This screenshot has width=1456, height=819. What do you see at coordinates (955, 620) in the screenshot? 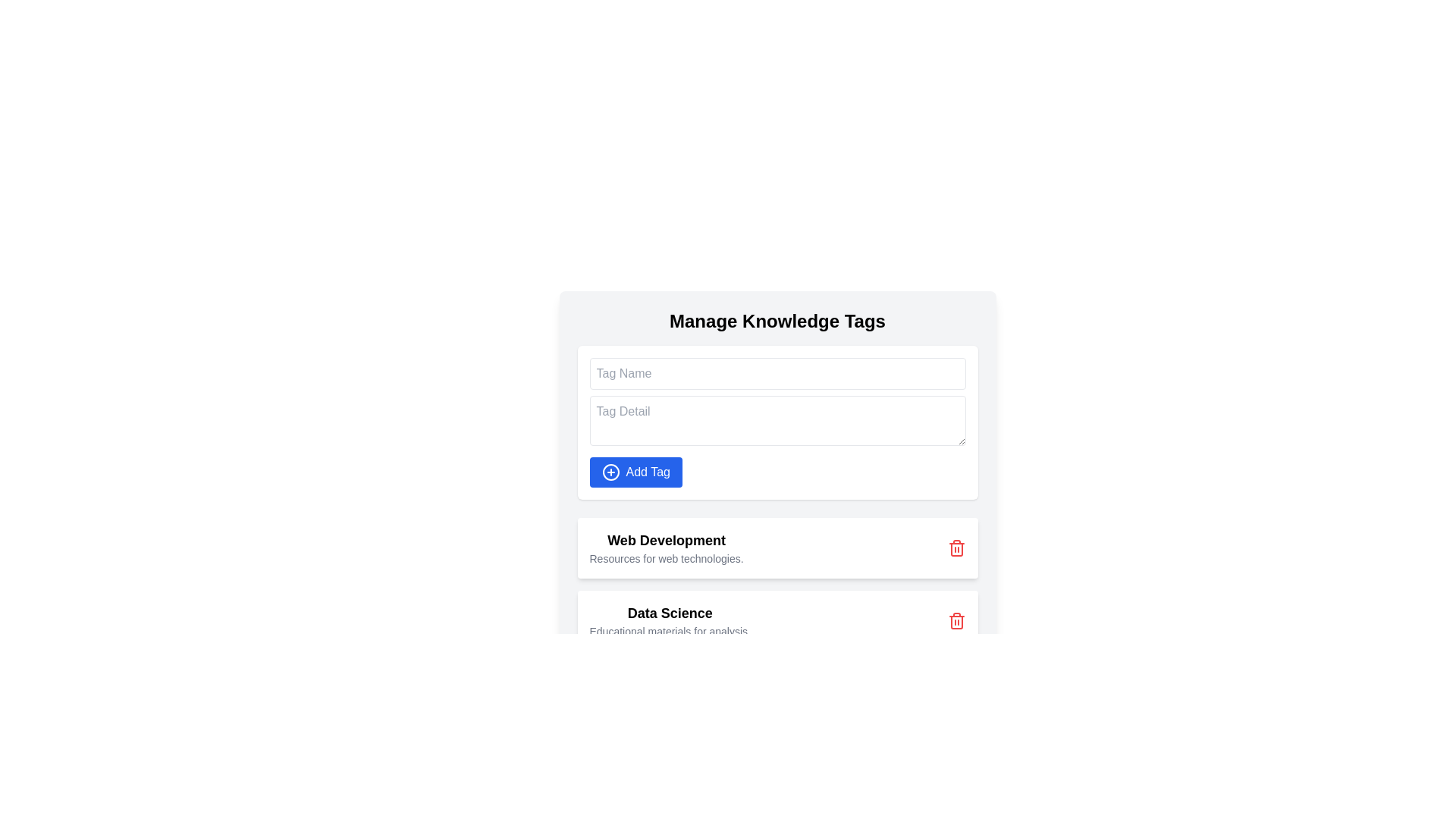
I see `the delete icon button located on the far right side of the 'Data Science Educational materials for analysis' section` at bounding box center [955, 620].